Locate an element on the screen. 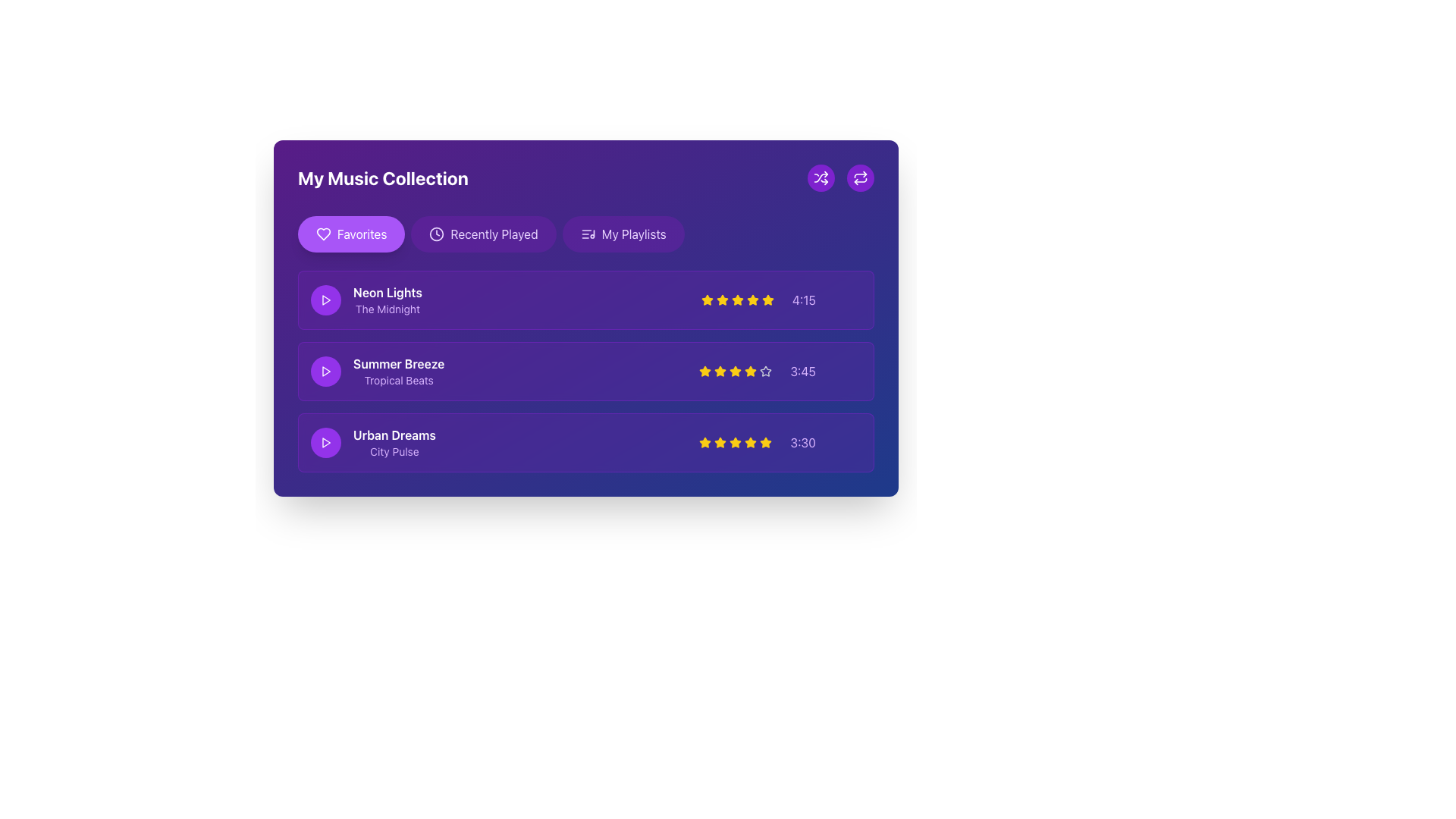  the play button for the track 'Neon Lights' to initiate audio playback is located at coordinates (325, 300).